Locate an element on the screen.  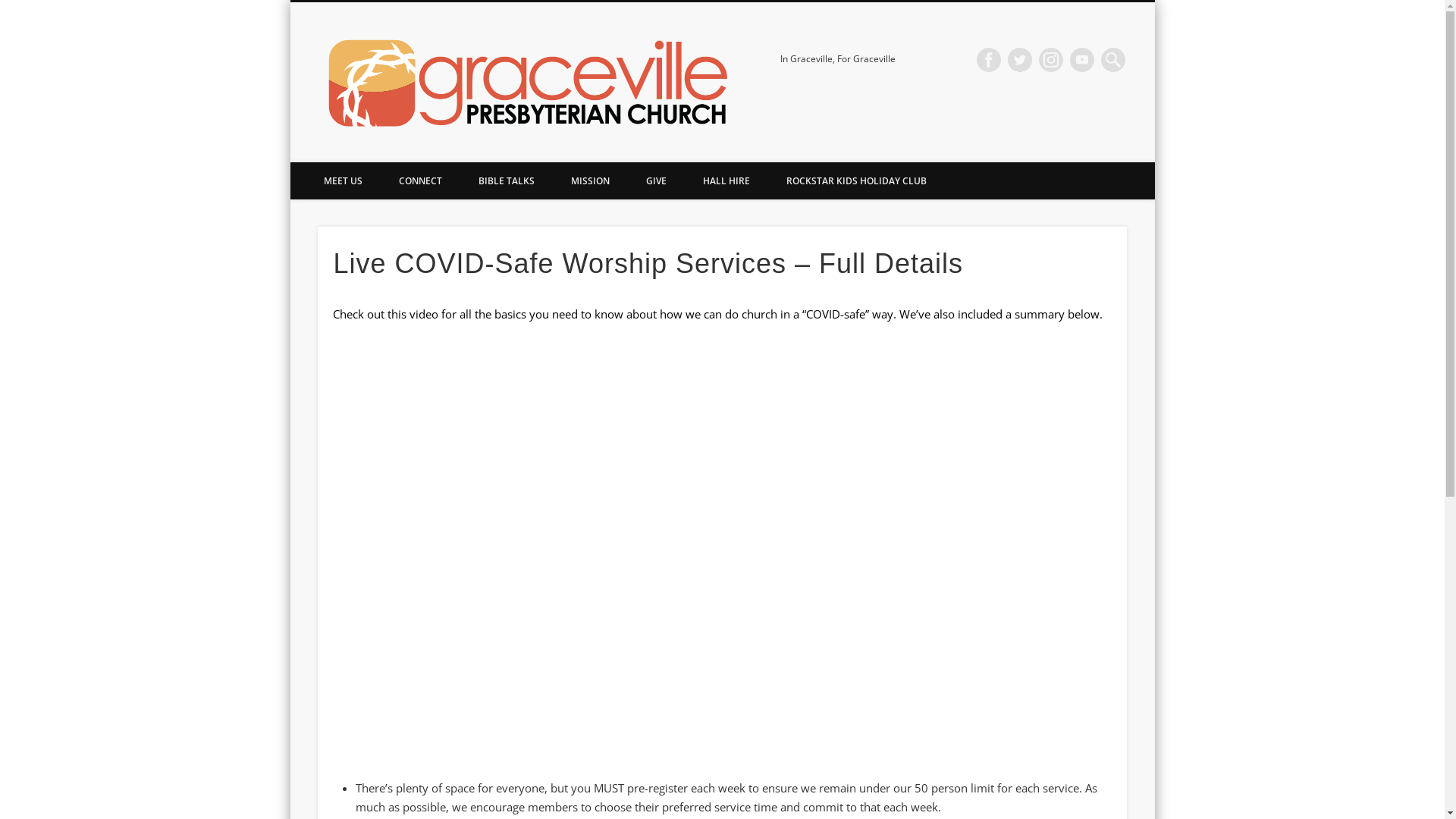
'Vimeo' is located at coordinates (1081, 58).